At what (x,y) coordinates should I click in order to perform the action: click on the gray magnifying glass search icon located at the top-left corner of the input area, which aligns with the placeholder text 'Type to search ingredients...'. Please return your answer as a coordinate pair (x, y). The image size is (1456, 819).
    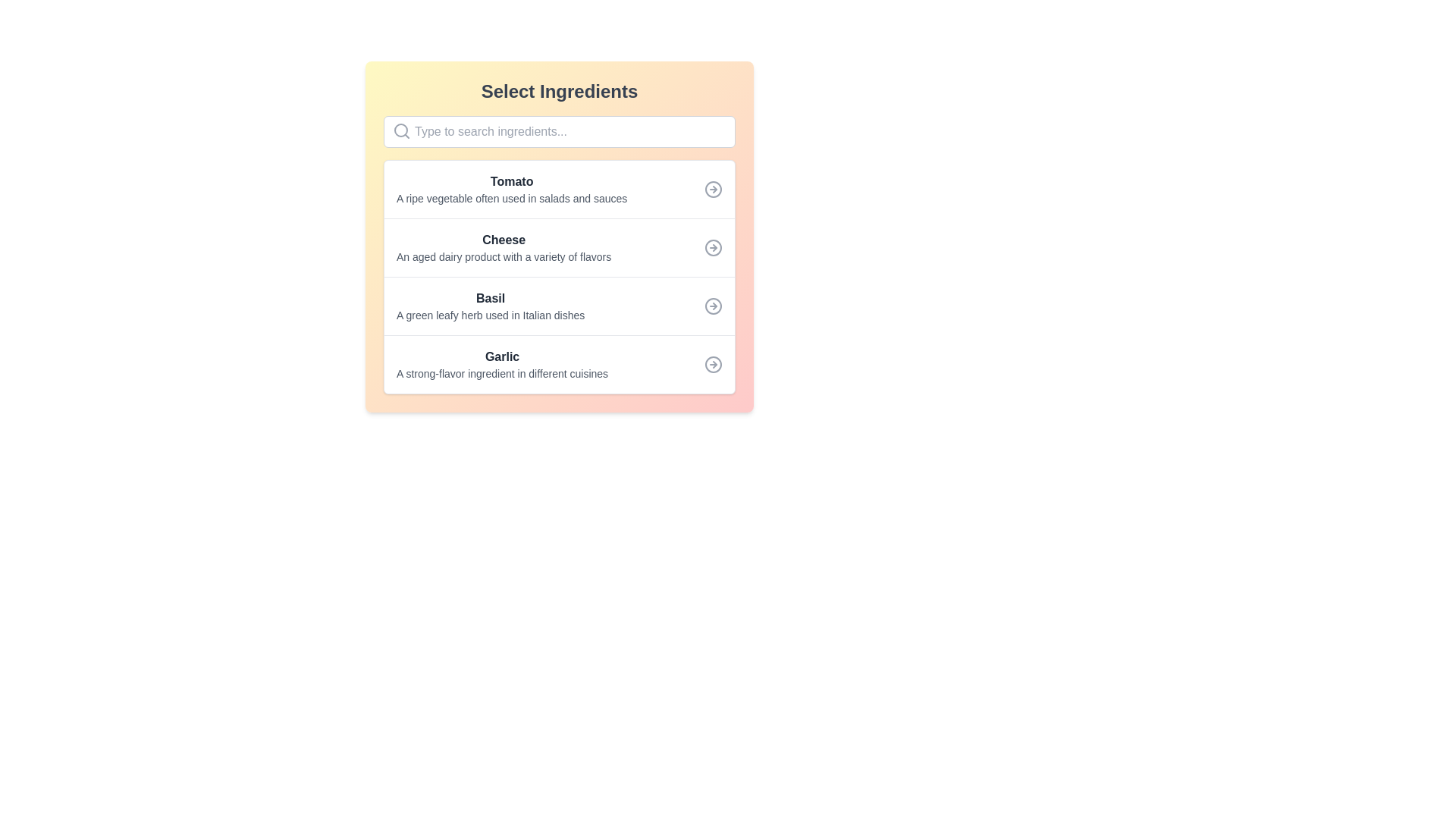
    Looking at the image, I should click on (401, 130).